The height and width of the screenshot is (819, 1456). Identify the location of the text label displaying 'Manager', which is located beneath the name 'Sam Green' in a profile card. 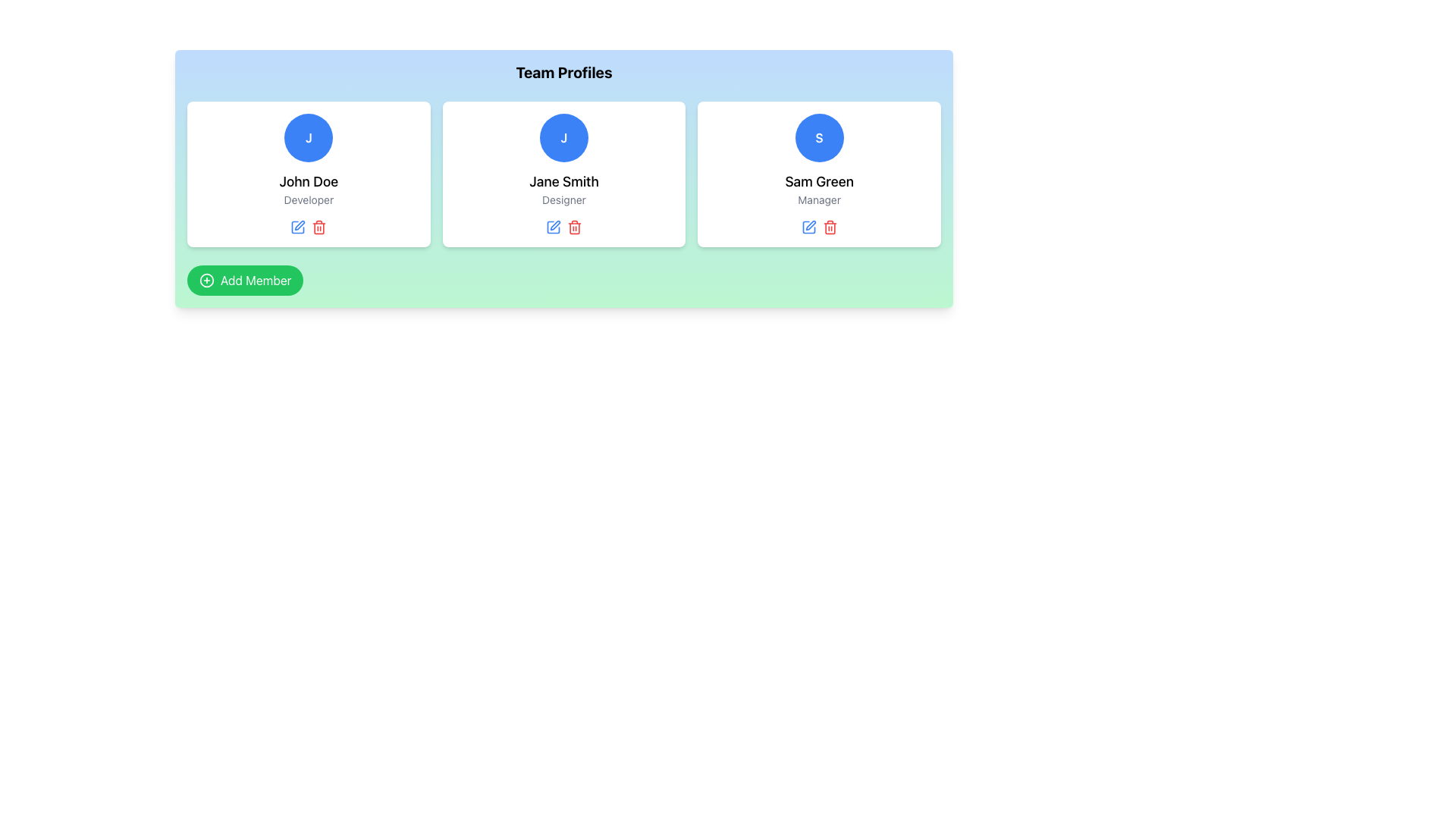
(818, 199).